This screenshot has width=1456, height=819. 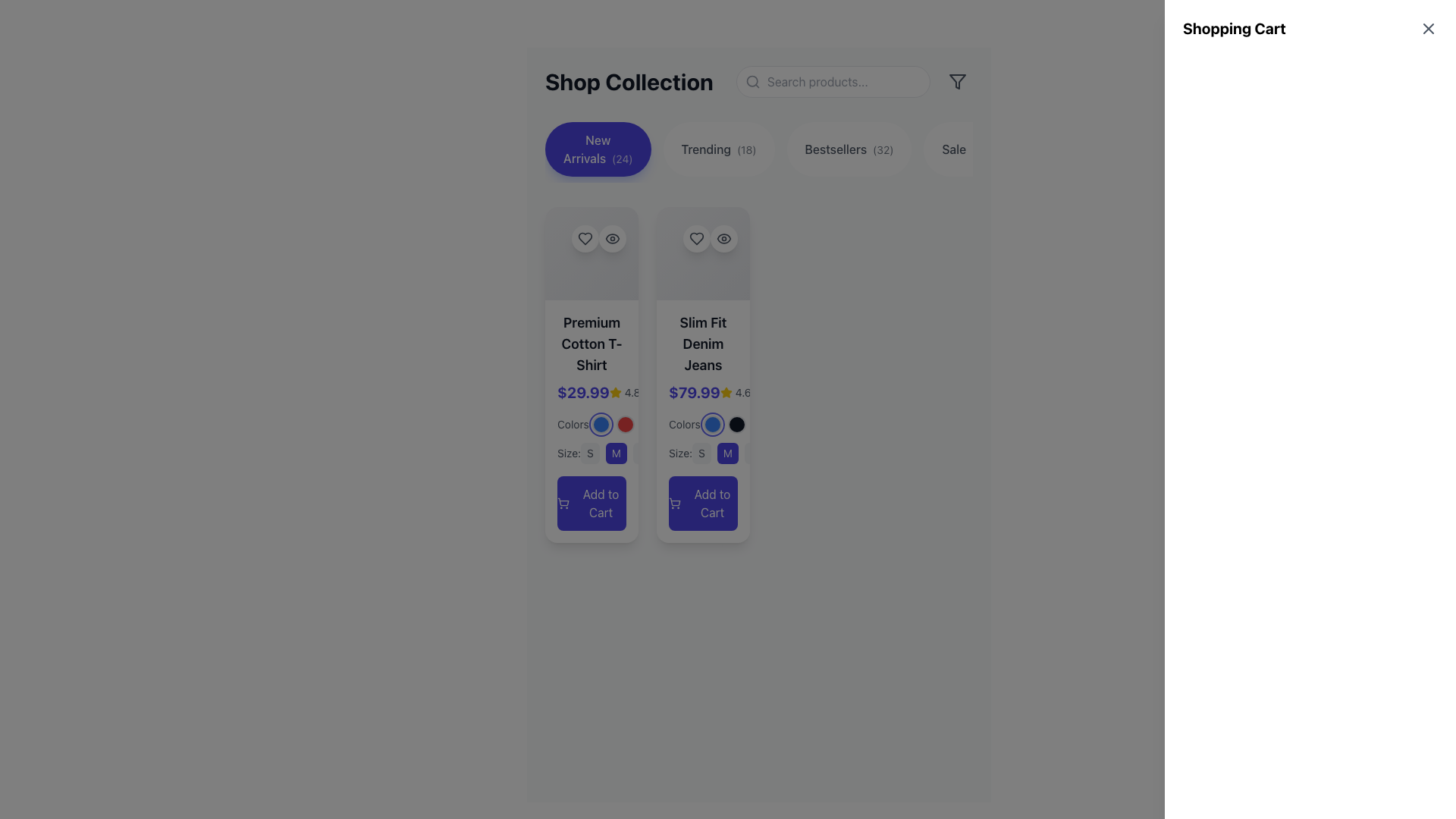 I want to click on the heart icon outlined in black, located within a circular white button on the top left corner of the 'Premium Cotton T-Shirt' card, to mark the product as favorite, so click(x=585, y=239).